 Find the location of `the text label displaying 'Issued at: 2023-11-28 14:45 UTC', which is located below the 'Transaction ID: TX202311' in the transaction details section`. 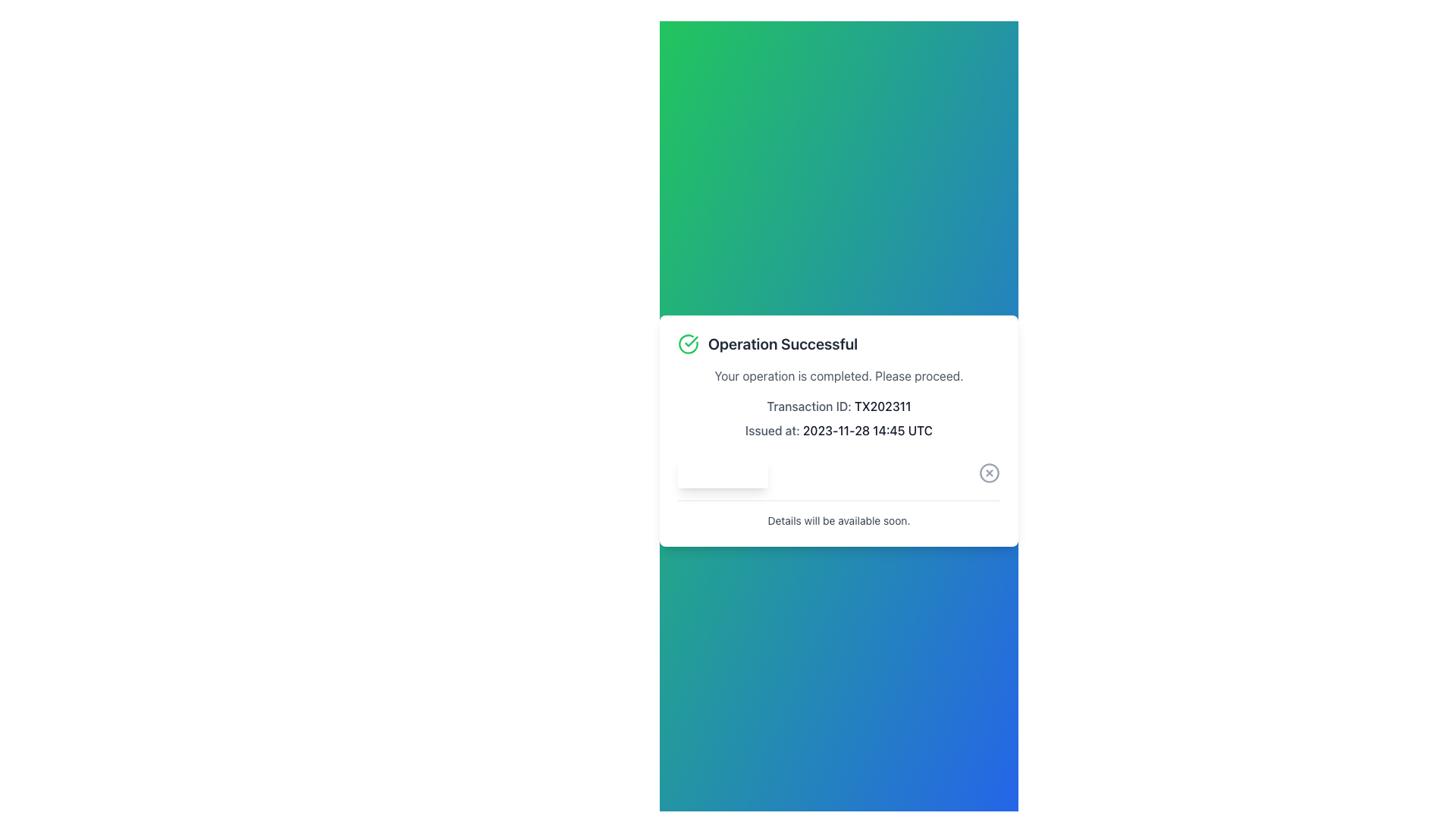

the text label displaying 'Issued at: 2023-11-28 14:45 UTC', which is located below the 'Transaction ID: TX202311' in the transaction details section is located at coordinates (838, 430).